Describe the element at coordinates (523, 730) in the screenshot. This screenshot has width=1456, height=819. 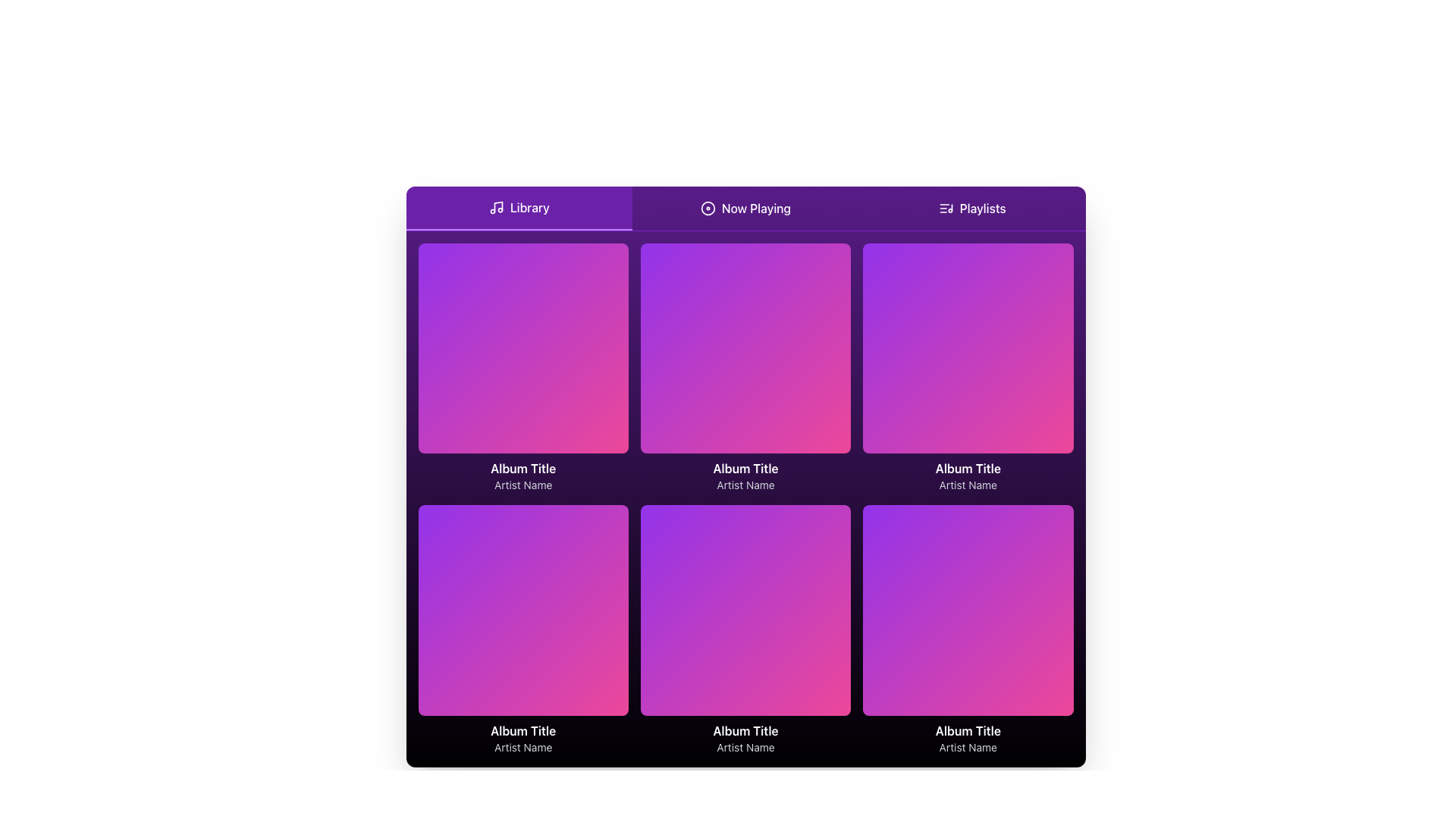
I see `text content of the Text Label that identifies the album in the bottom-left card of the three-by-two grid layout, positioned above 'Artist Name'` at that location.